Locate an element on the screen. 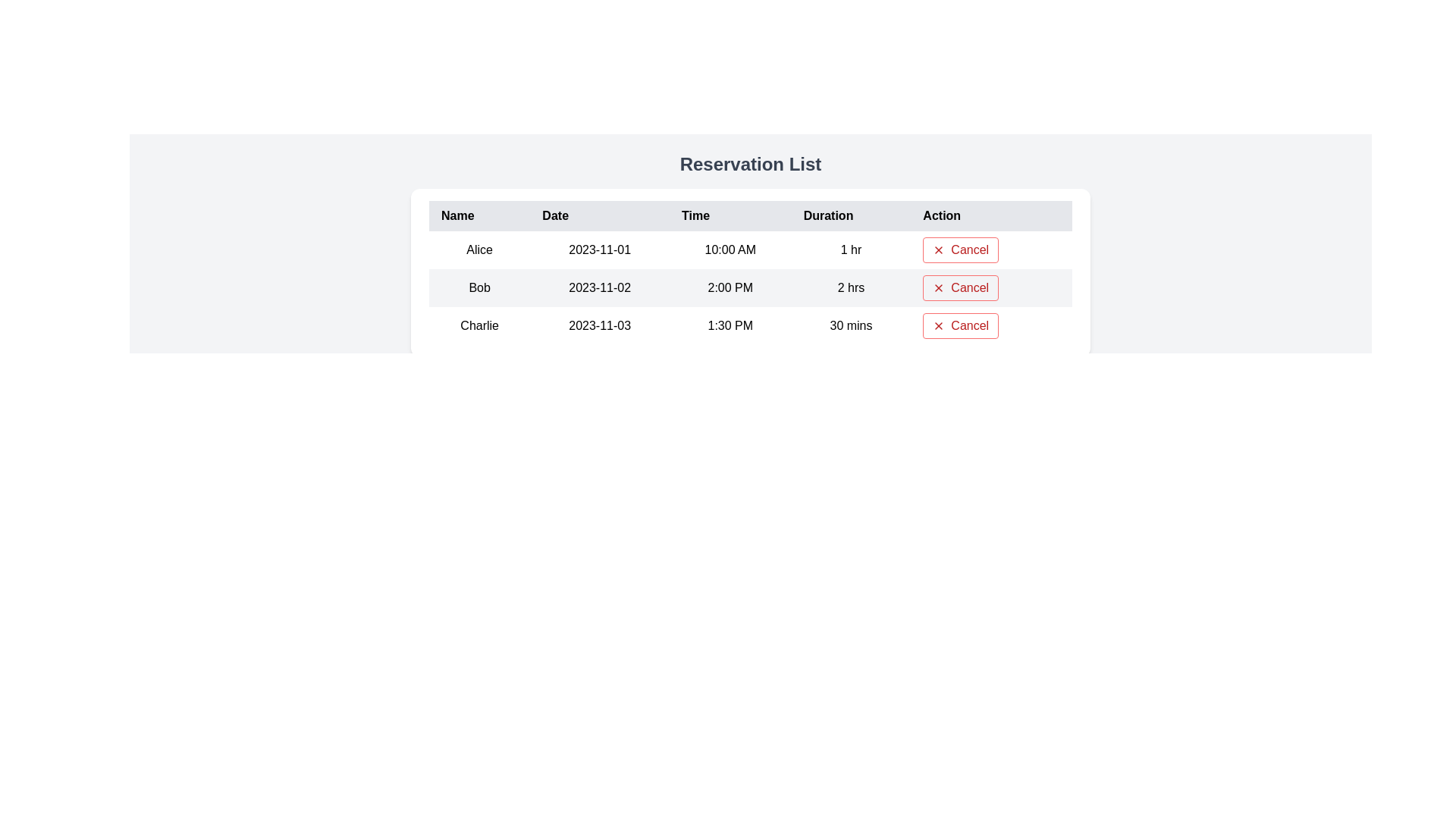 The width and height of the screenshot is (1456, 819). the cancel button under the 'Action' header for the entry 'Alice' to potentially reveal additional information or change its appearance is located at coordinates (991, 249).